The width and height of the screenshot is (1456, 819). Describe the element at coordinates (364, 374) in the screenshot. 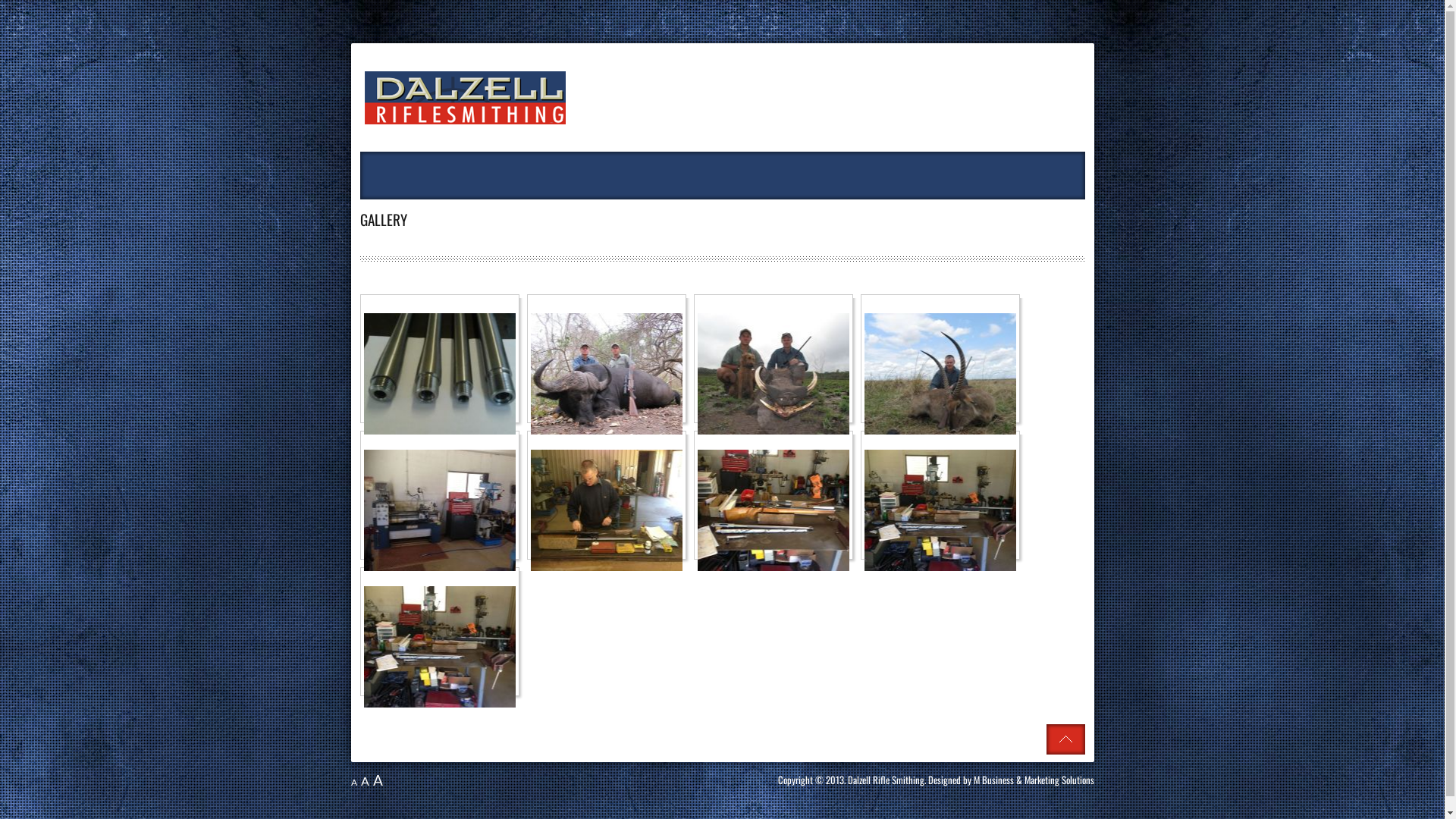

I see `'Click to enlarge image Barrel pic.jpg'` at that location.